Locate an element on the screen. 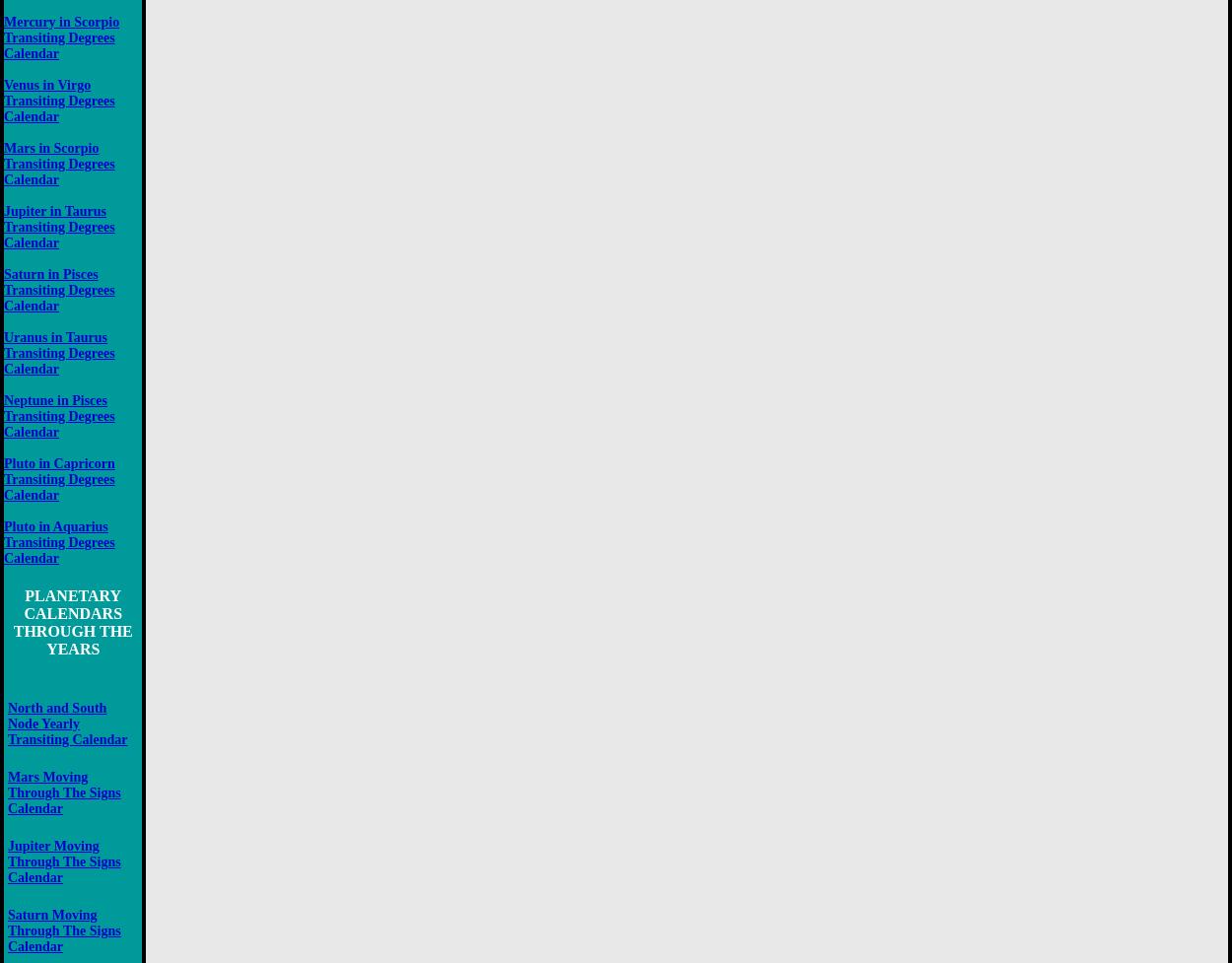 This screenshot has width=1232, height=963. 'Mars in Scorpio Transiting Degrees Calendar' is located at coordinates (59, 162).